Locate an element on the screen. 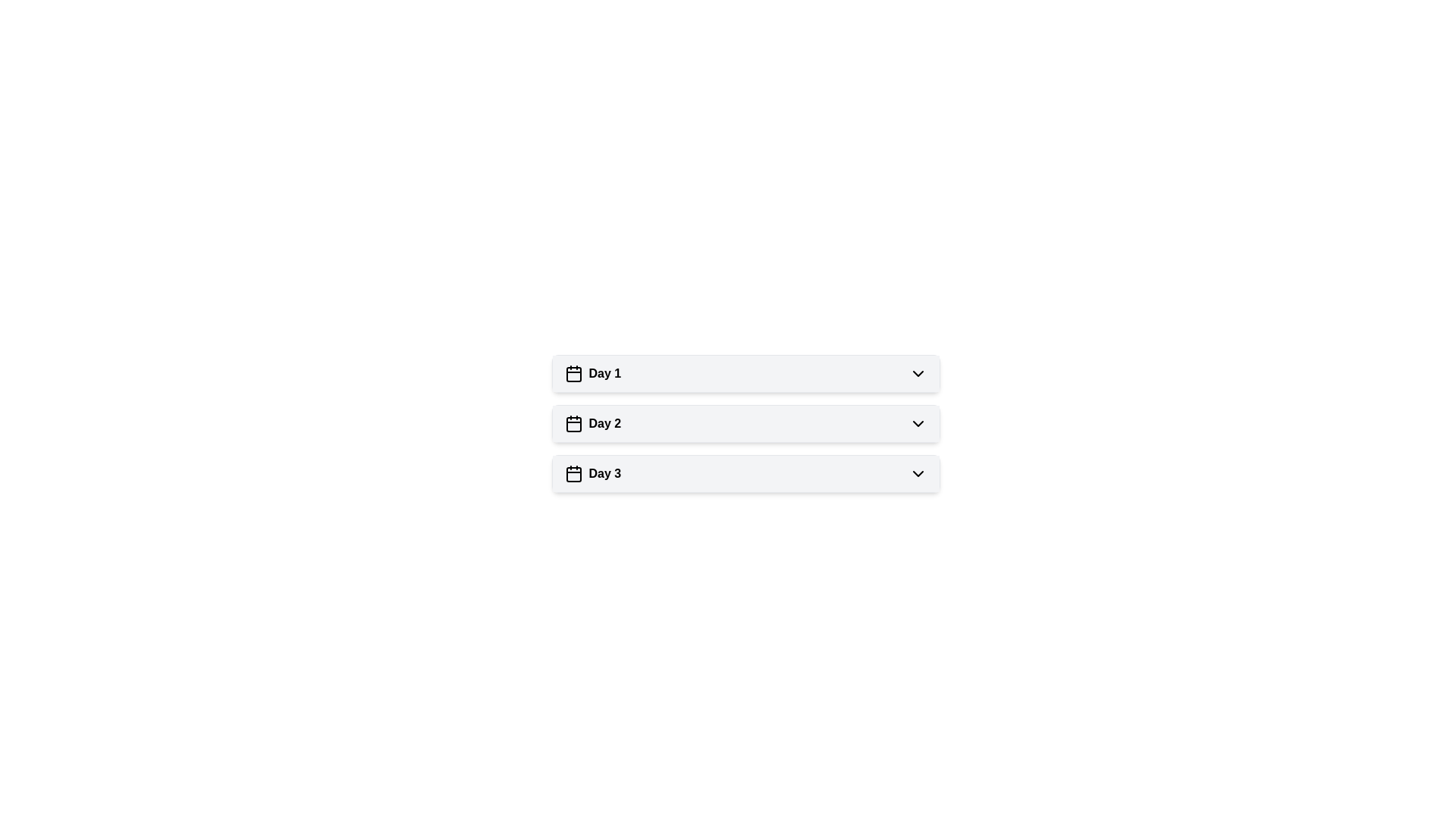 This screenshot has height=819, width=1456. the selectable list item labeled 'Day 3', which is the third entry in a vertical stack of items, located under 'Day 1' and 'Day 2' is located at coordinates (745, 472).